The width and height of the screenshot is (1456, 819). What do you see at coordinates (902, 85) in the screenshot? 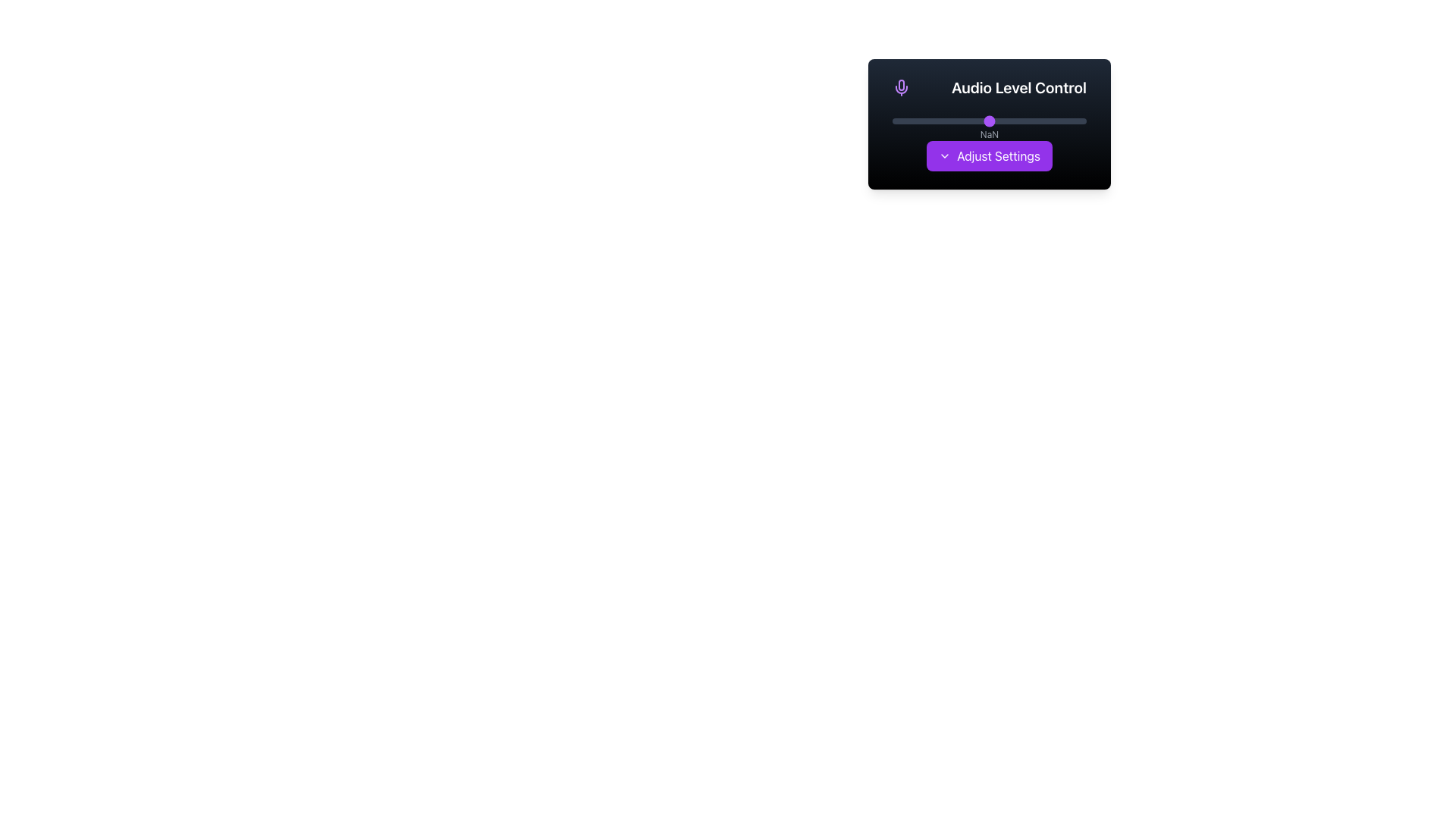
I see `the microphone icon located in the top-left part of the 'Audio Level Control' card` at bounding box center [902, 85].